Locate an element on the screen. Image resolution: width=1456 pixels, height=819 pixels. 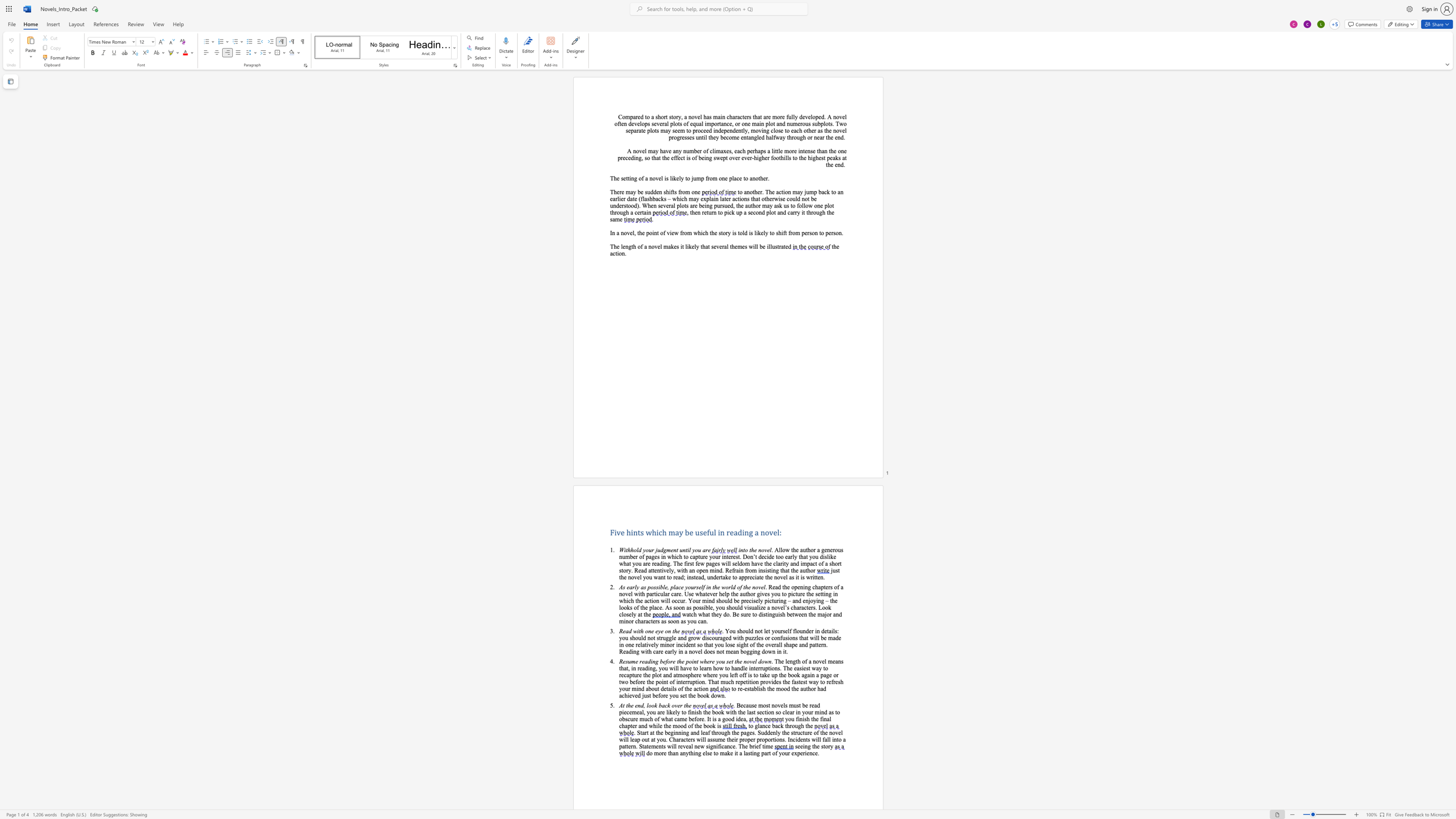
the 3th character "t" in the text is located at coordinates (701, 246).